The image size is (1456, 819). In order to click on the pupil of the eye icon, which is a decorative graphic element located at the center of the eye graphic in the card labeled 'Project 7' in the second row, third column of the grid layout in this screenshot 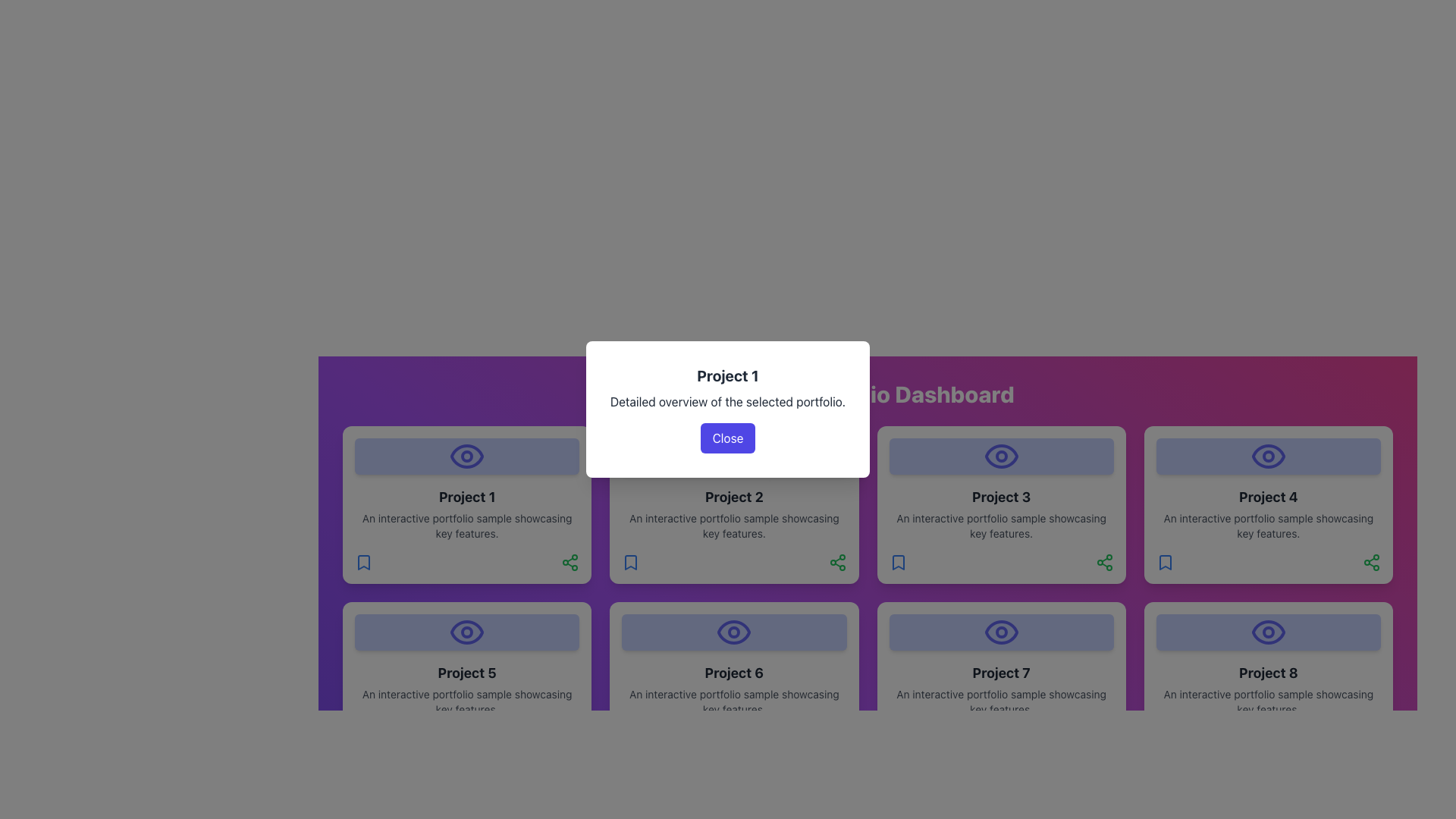, I will do `click(1001, 632)`.